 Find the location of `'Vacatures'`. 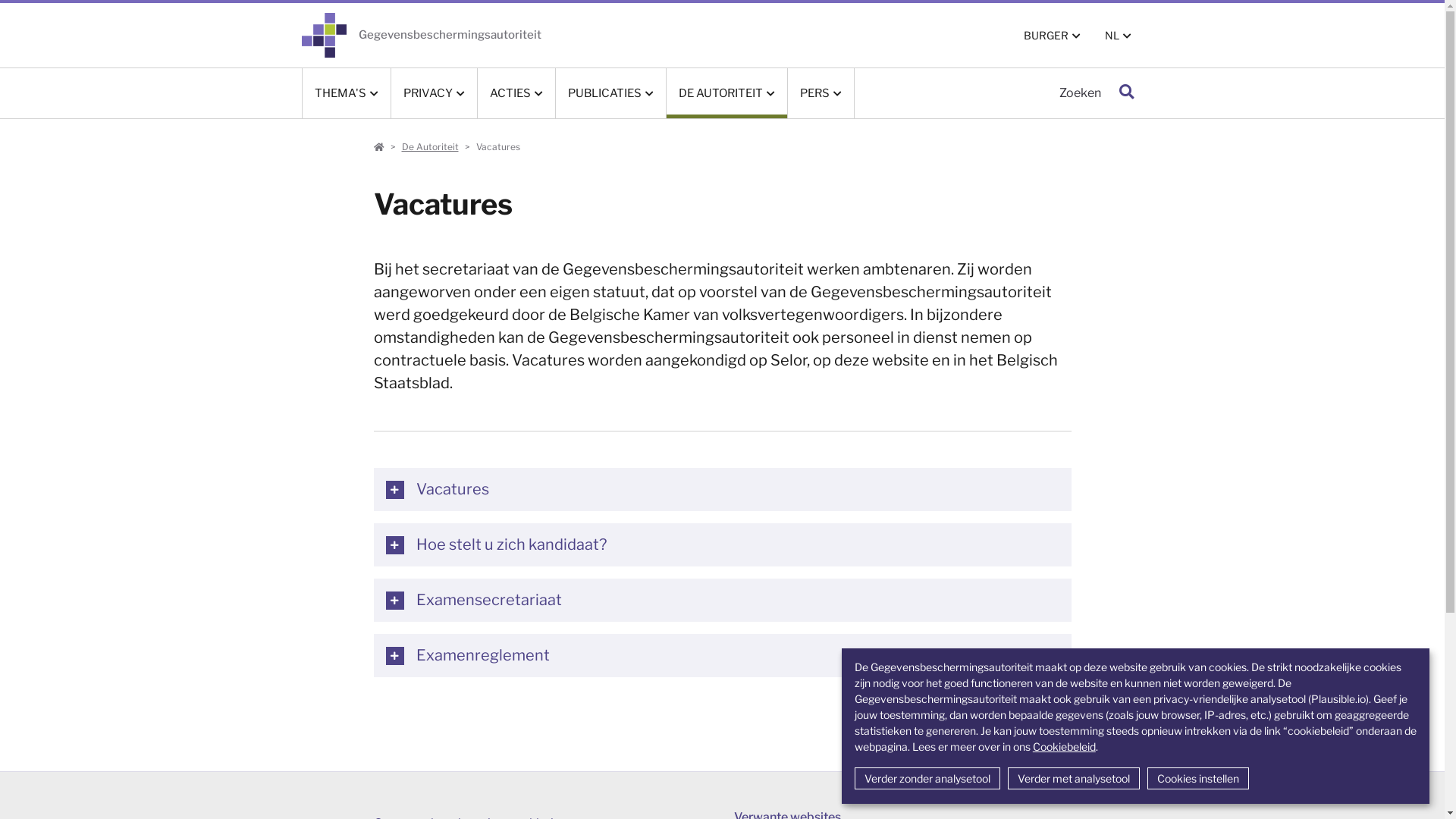

'Vacatures' is located at coordinates (372, 489).